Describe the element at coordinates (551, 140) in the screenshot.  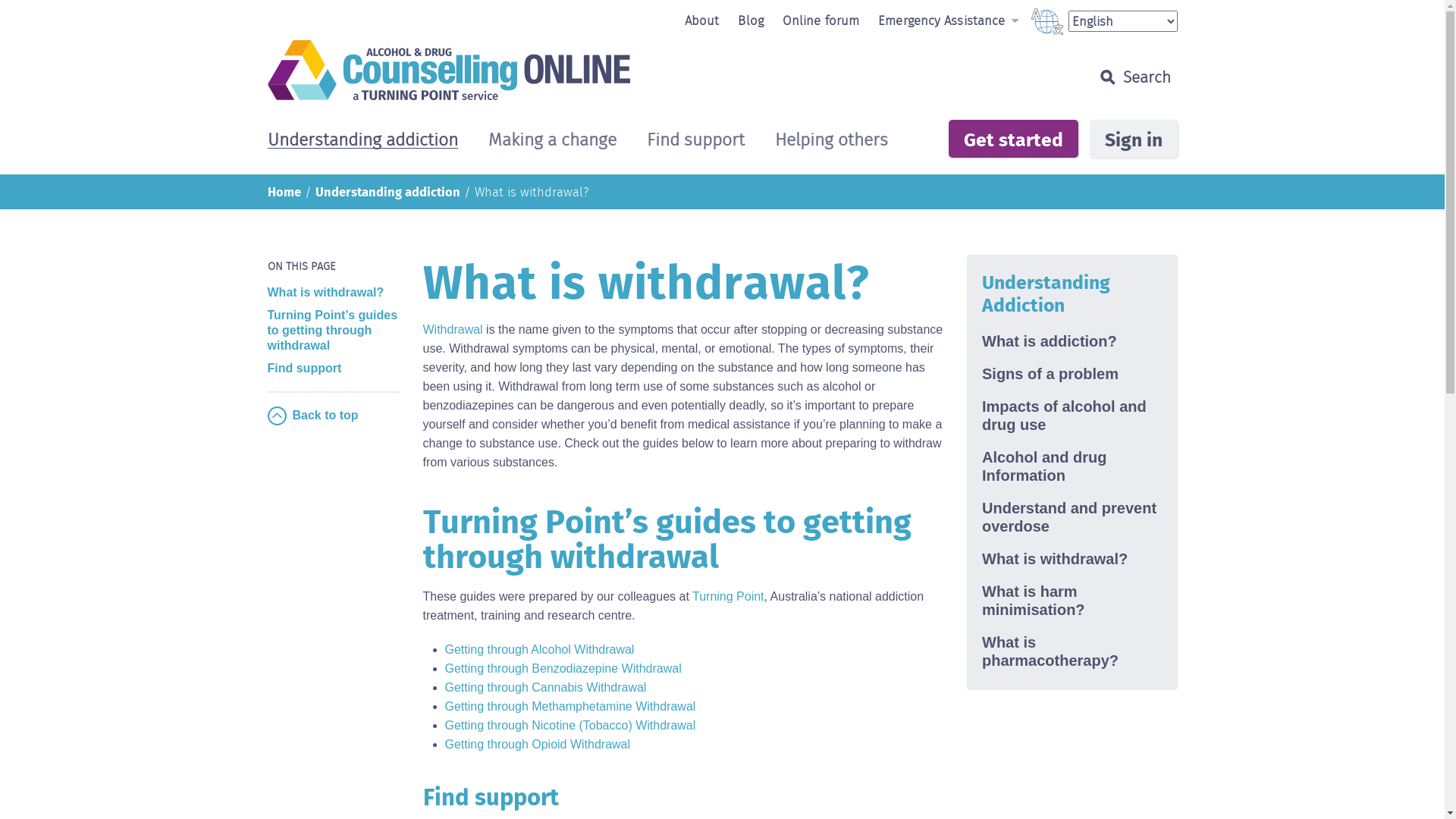
I see `'Making a change'` at that location.